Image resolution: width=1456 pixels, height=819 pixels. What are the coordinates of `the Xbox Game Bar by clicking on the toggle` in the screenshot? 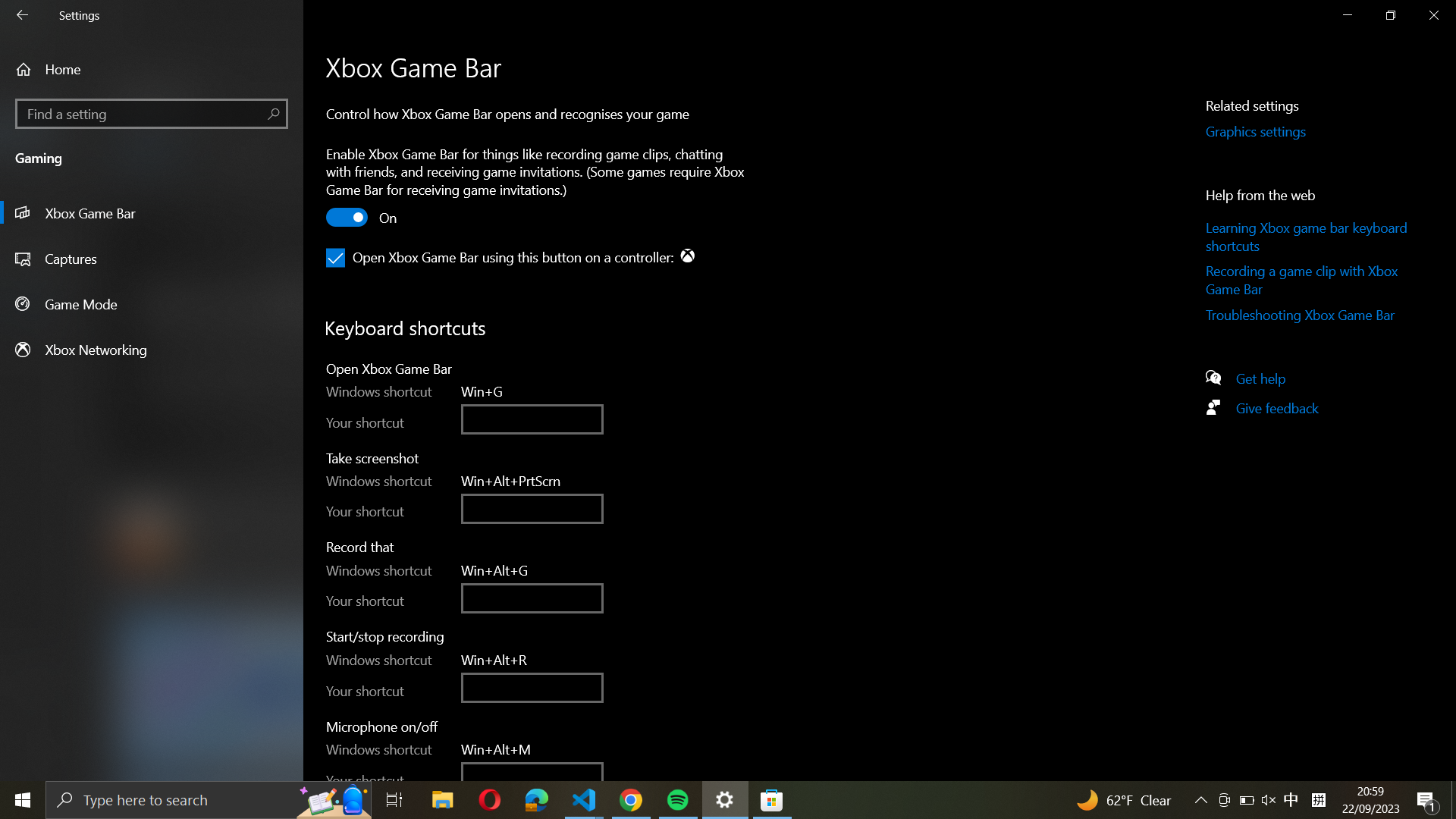 It's located at (347, 219).